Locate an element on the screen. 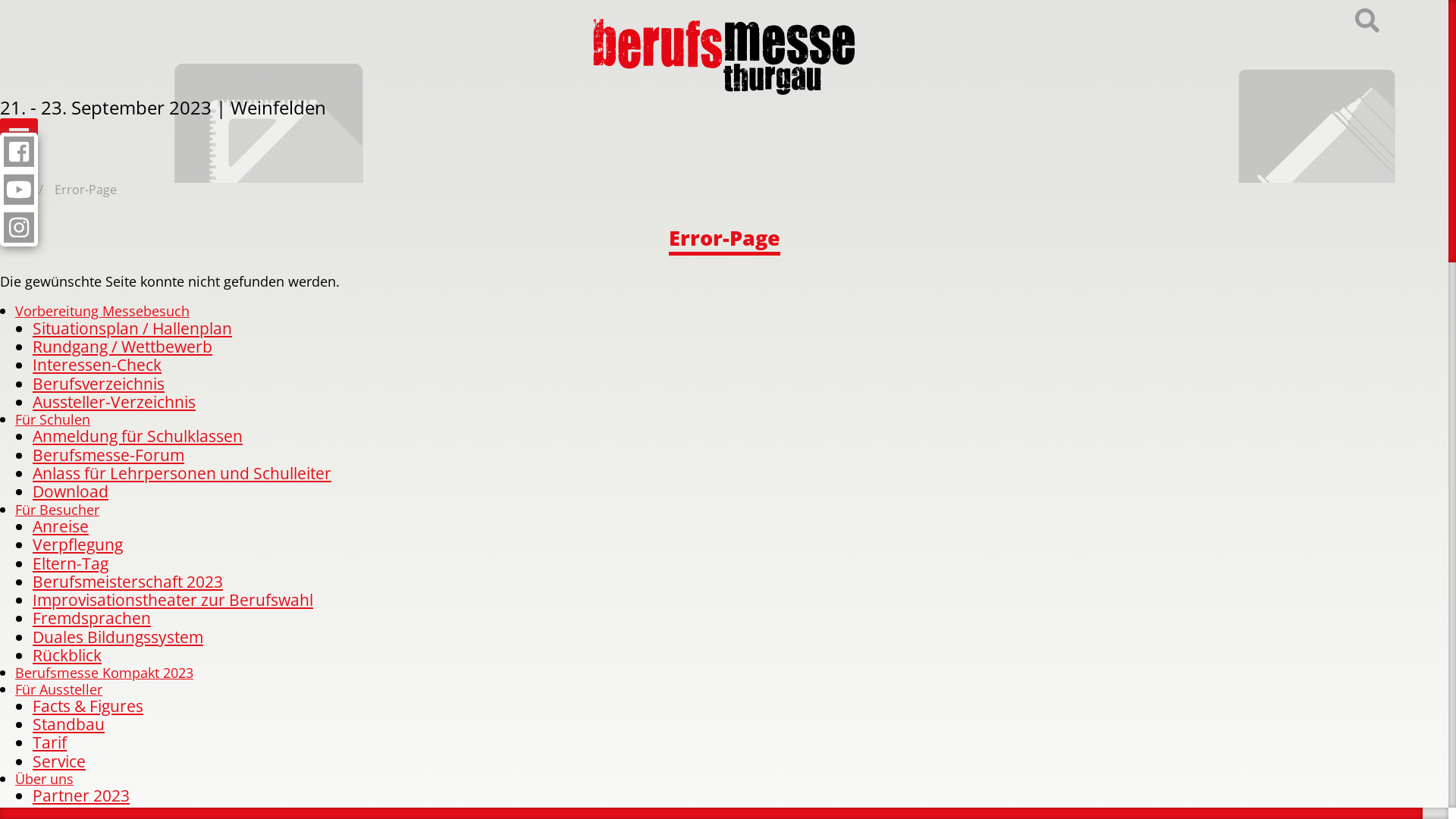  'Standbau' is located at coordinates (67, 723).